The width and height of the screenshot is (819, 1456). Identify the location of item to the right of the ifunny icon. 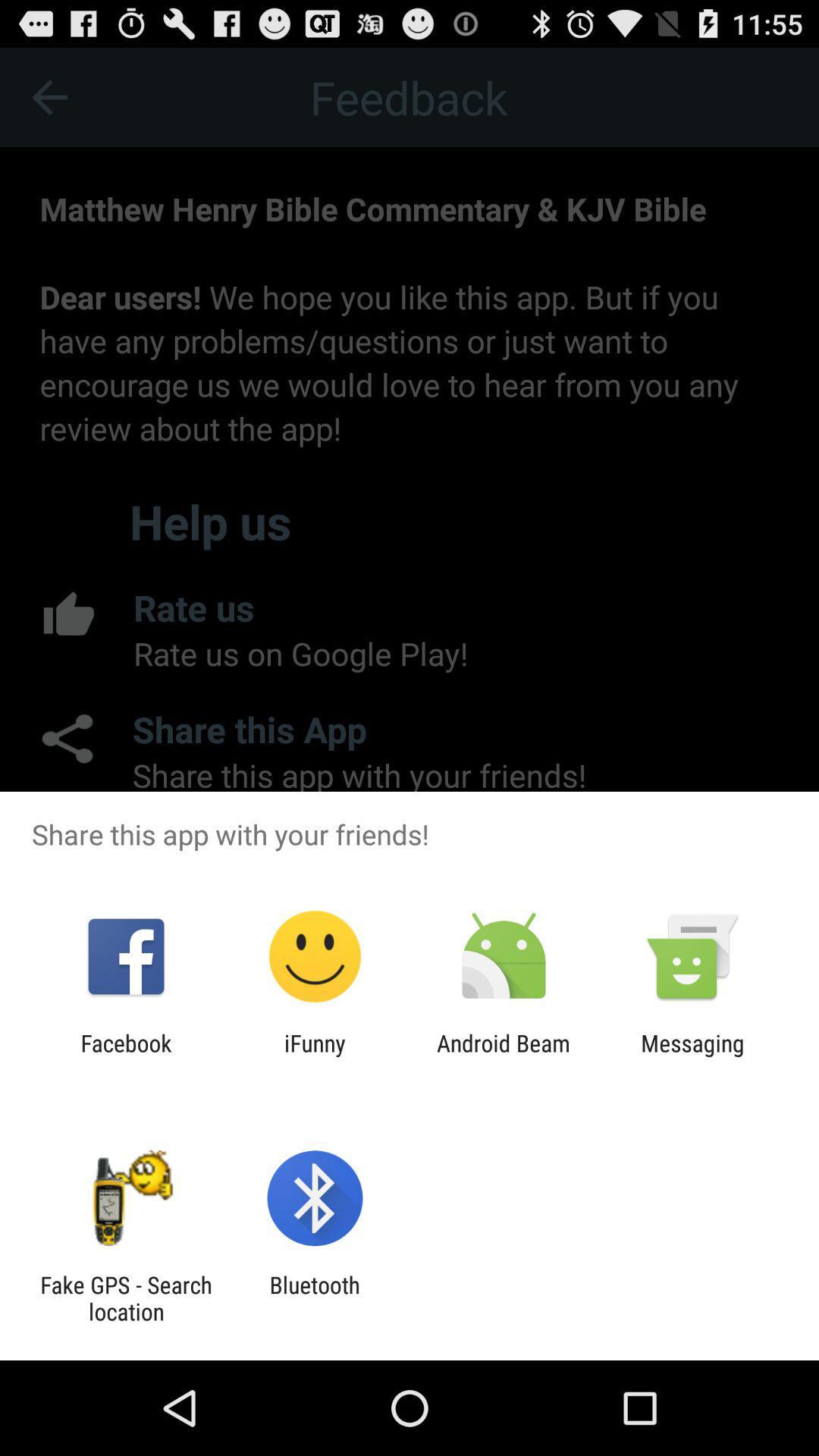
(504, 1056).